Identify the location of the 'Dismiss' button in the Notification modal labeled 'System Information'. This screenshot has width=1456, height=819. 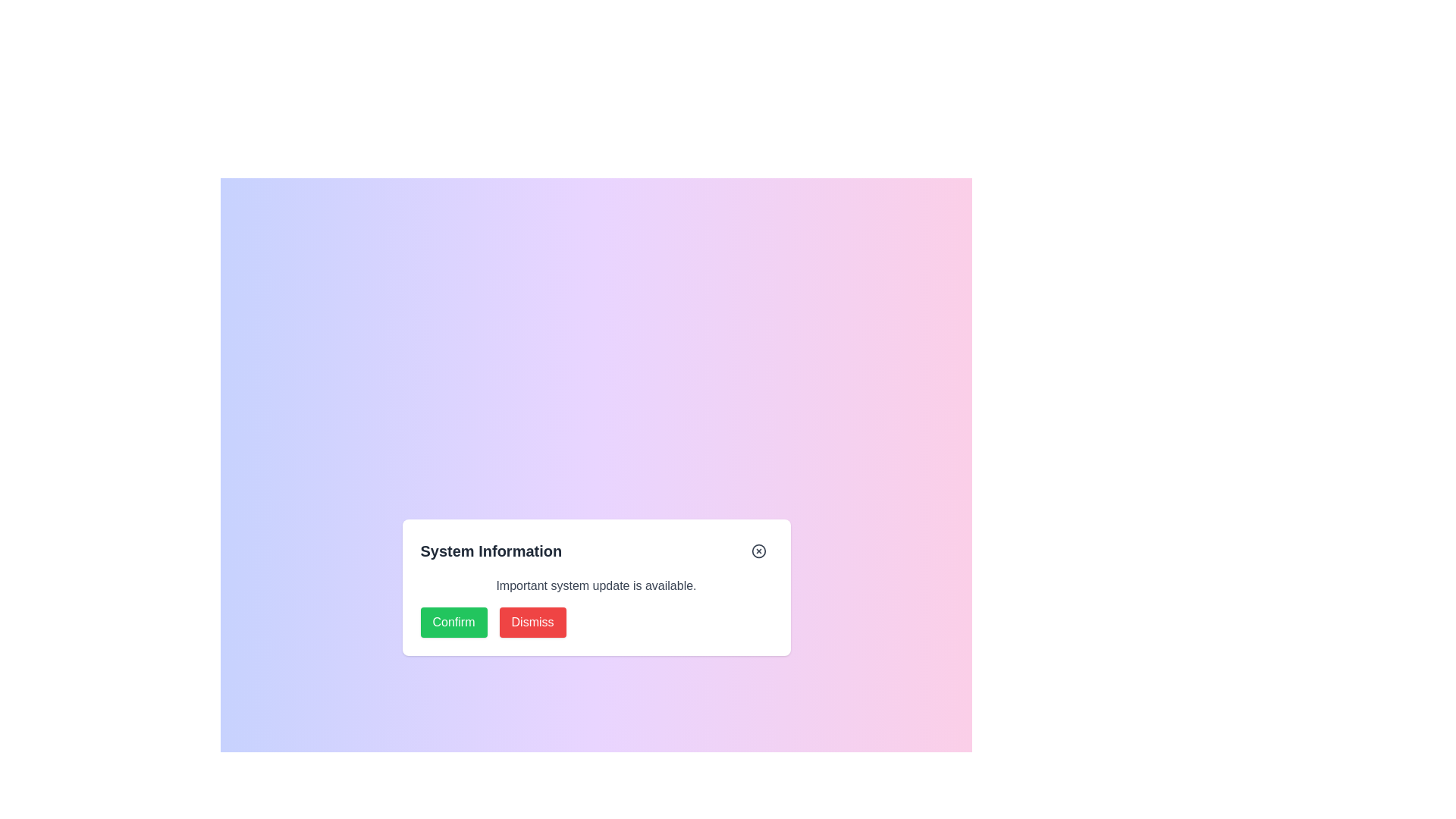
(595, 607).